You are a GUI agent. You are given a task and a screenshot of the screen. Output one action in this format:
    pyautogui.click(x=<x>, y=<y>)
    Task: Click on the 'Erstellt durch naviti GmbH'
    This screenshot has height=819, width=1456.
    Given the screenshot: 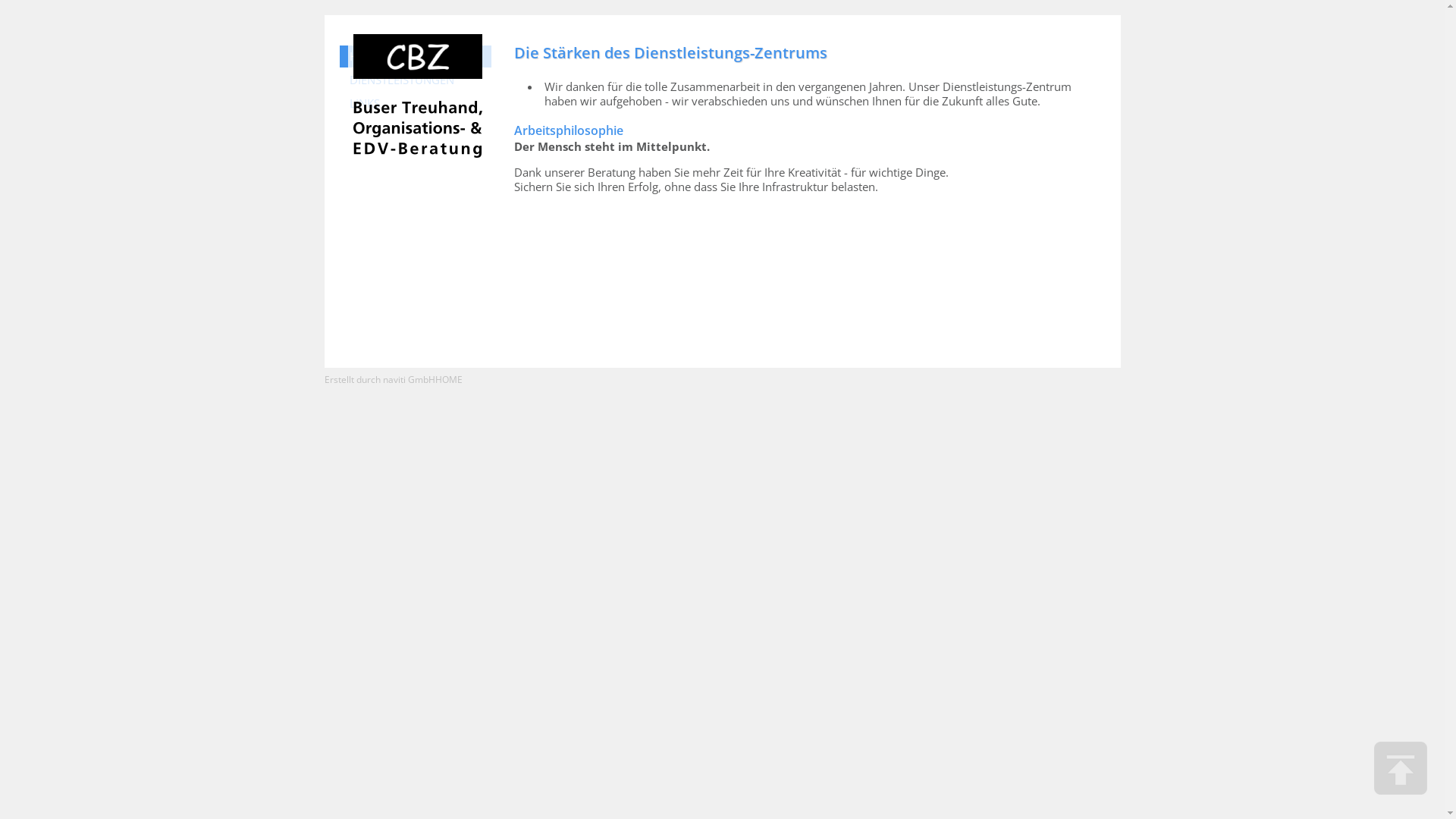 What is the action you would take?
    pyautogui.click(x=379, y=378)
    